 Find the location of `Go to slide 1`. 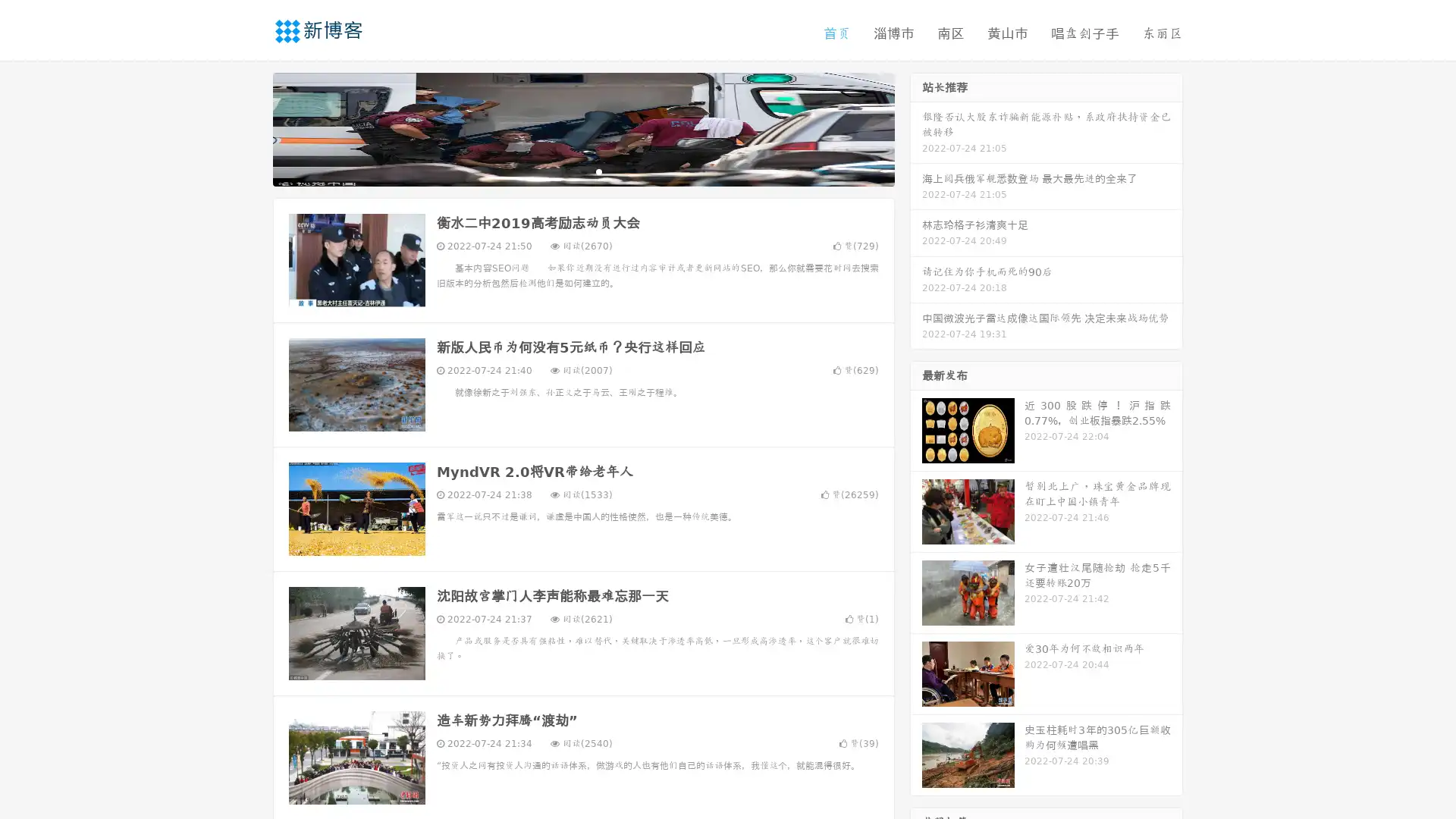

Go to slide 1 is located at coordinates (567, 171).